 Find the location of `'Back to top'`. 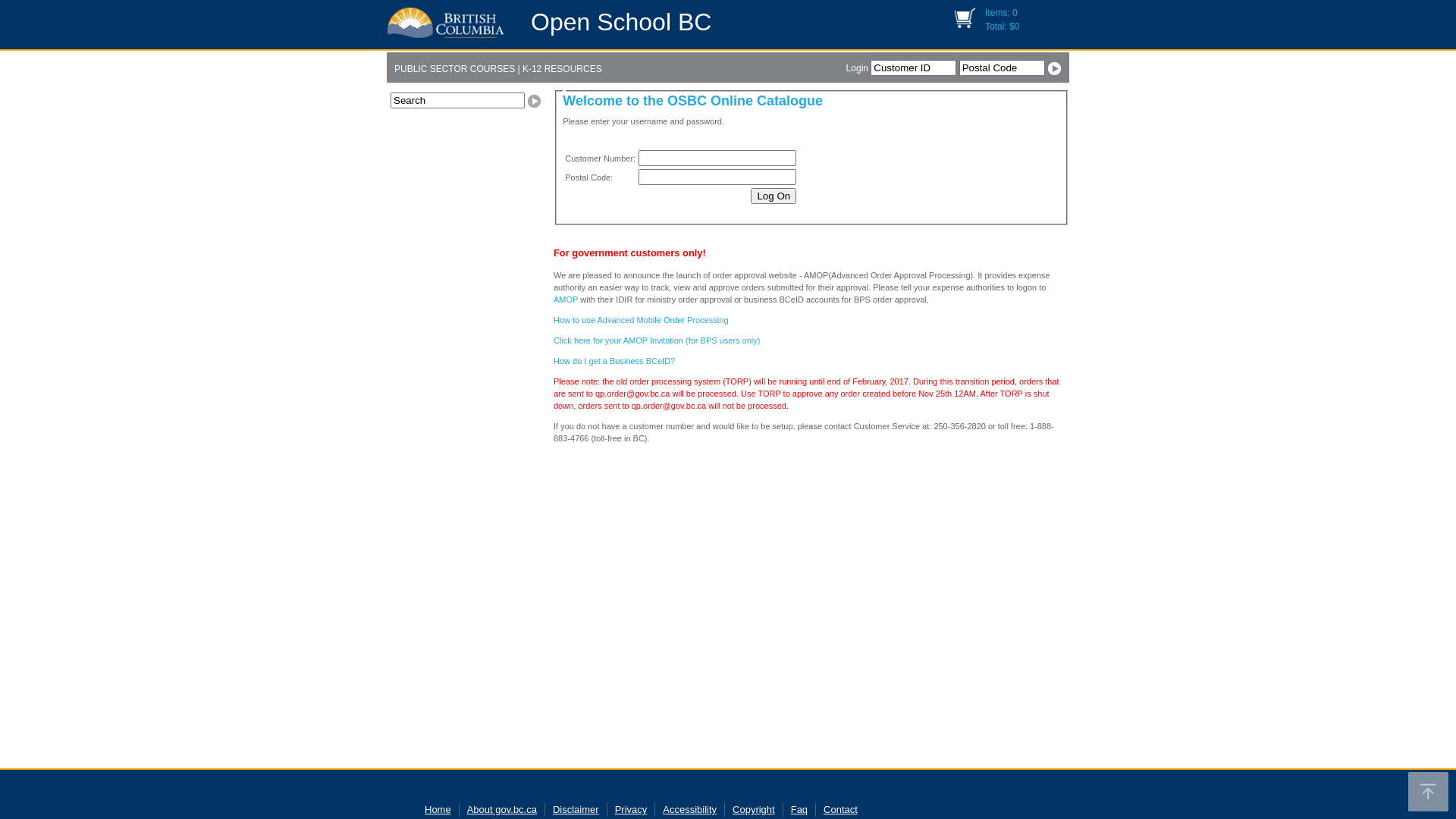

'Back to top' is located at coordinates (1427, 791).